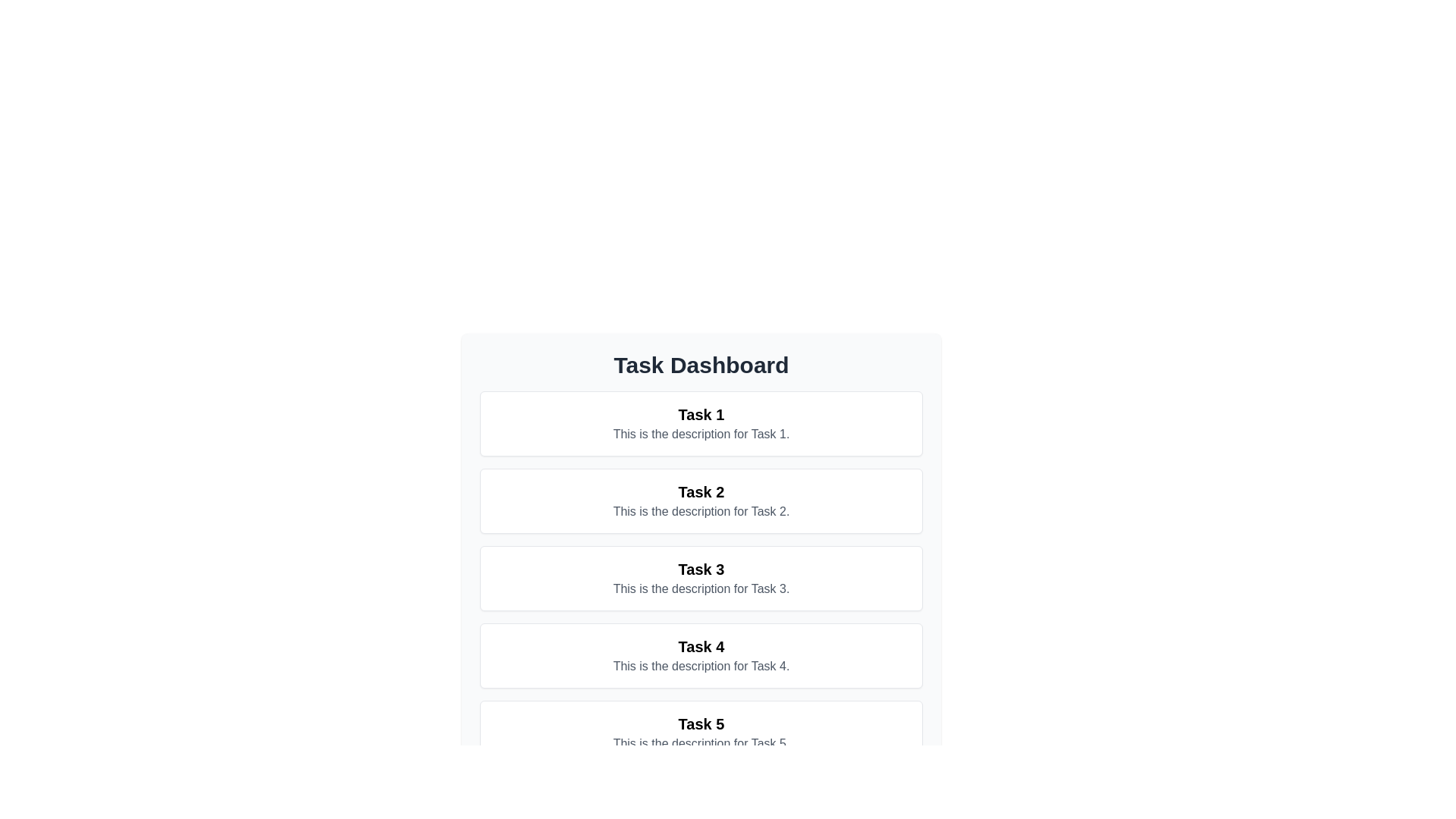 The height and width of the screenshot is (819, 1456). Describe the element at coordinates (701, 570) in the screenshot. I see `the text label displaying the title 'Task 3' located at the top of the third task card in a vertical list of task cards` at that location.